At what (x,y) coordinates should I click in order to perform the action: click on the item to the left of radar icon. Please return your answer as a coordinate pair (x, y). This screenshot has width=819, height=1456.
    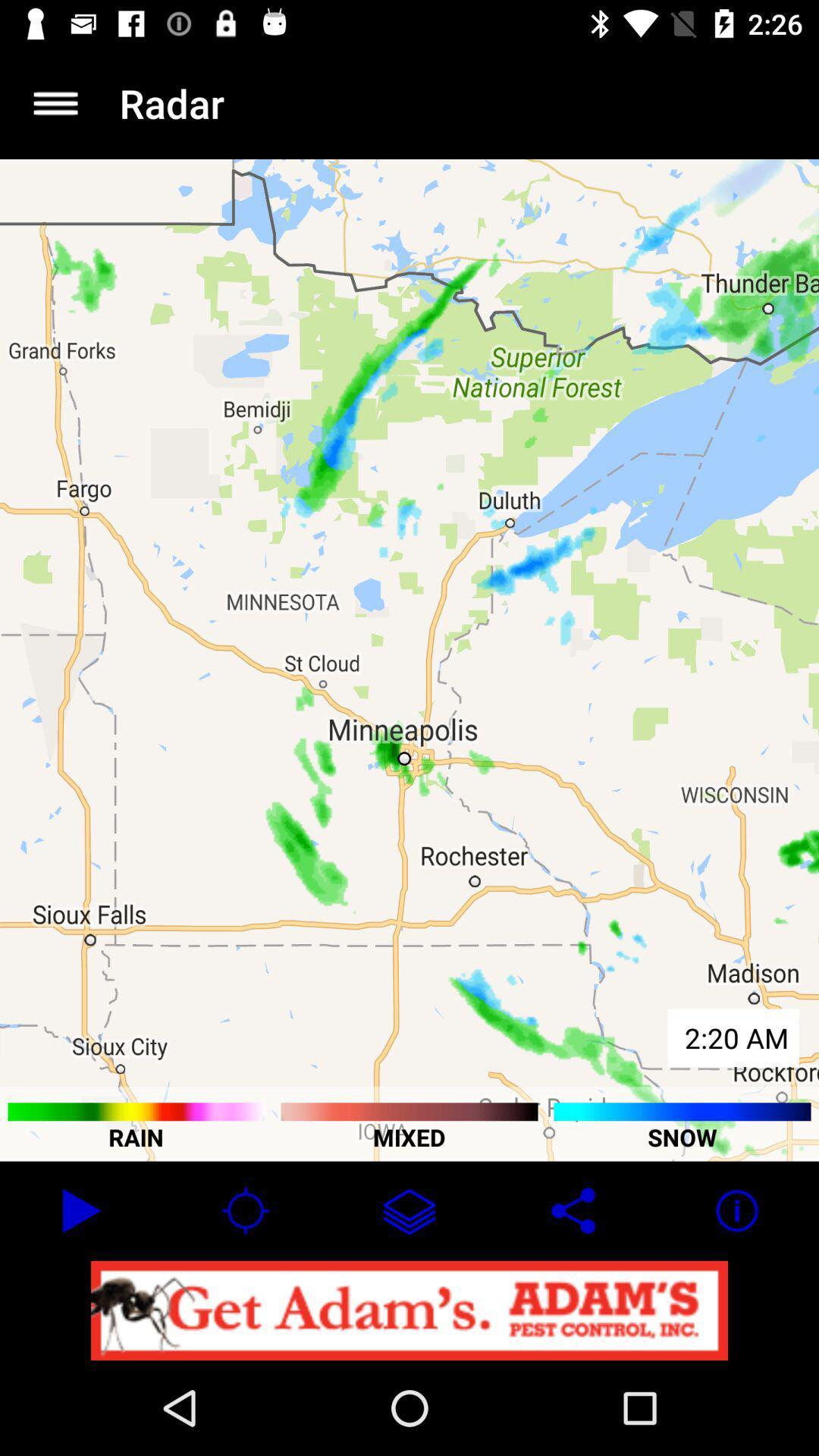
    Looking at the image, I should click on (55, 102).